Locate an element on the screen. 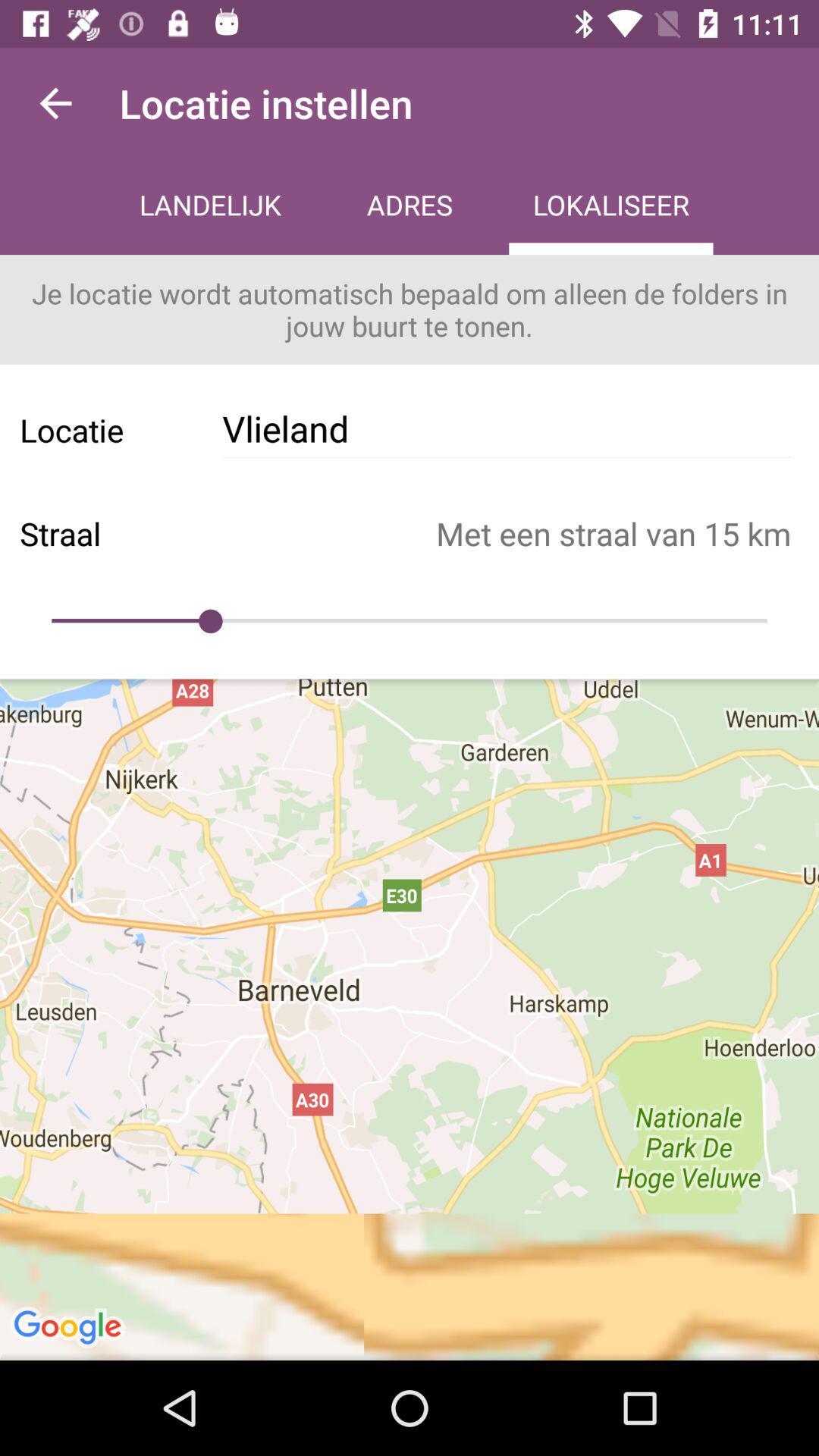 Image resolution: width=819 pixels, height=1456 pixels. icon above the landelijk item is located at coordinates (55, 102).